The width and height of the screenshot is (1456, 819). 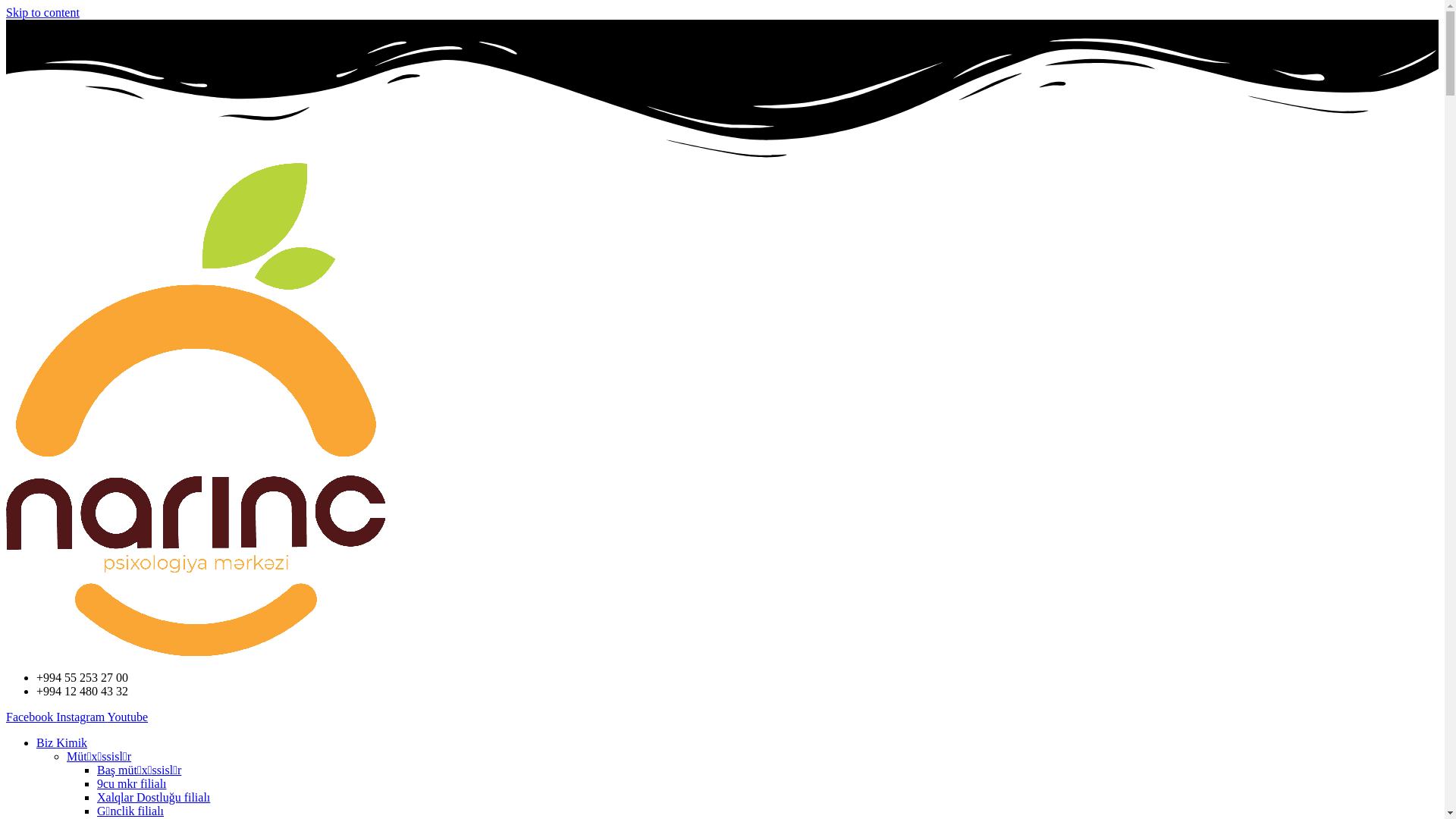 What do you see at coordinates (36, 742) in the screenshot?
I see `'Biz Kimik'` at bounding box center [36, 742].